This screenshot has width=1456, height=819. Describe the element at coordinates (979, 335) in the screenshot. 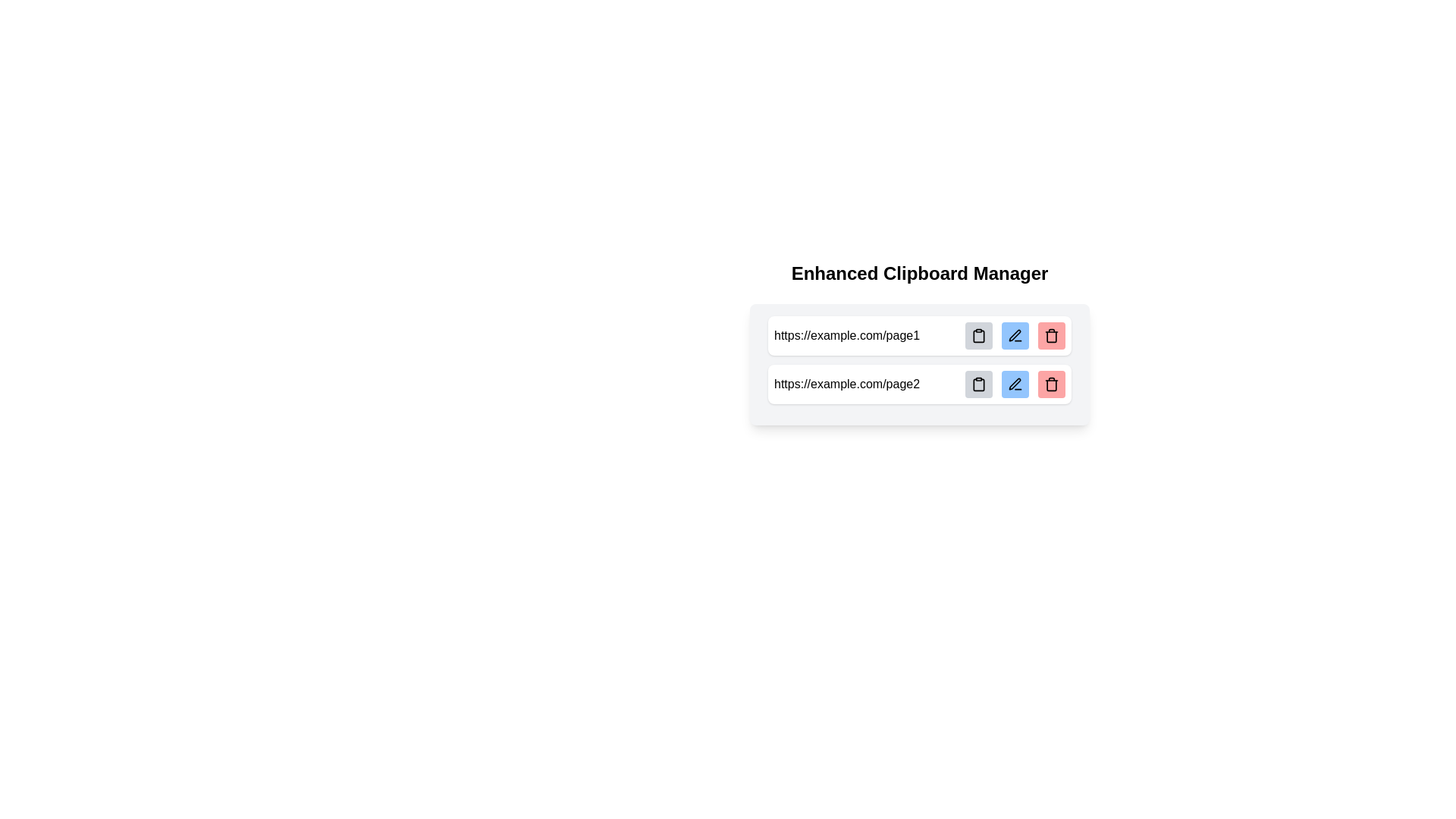

I see `the button that copies the URL or content associated with the first URL row` at that location.